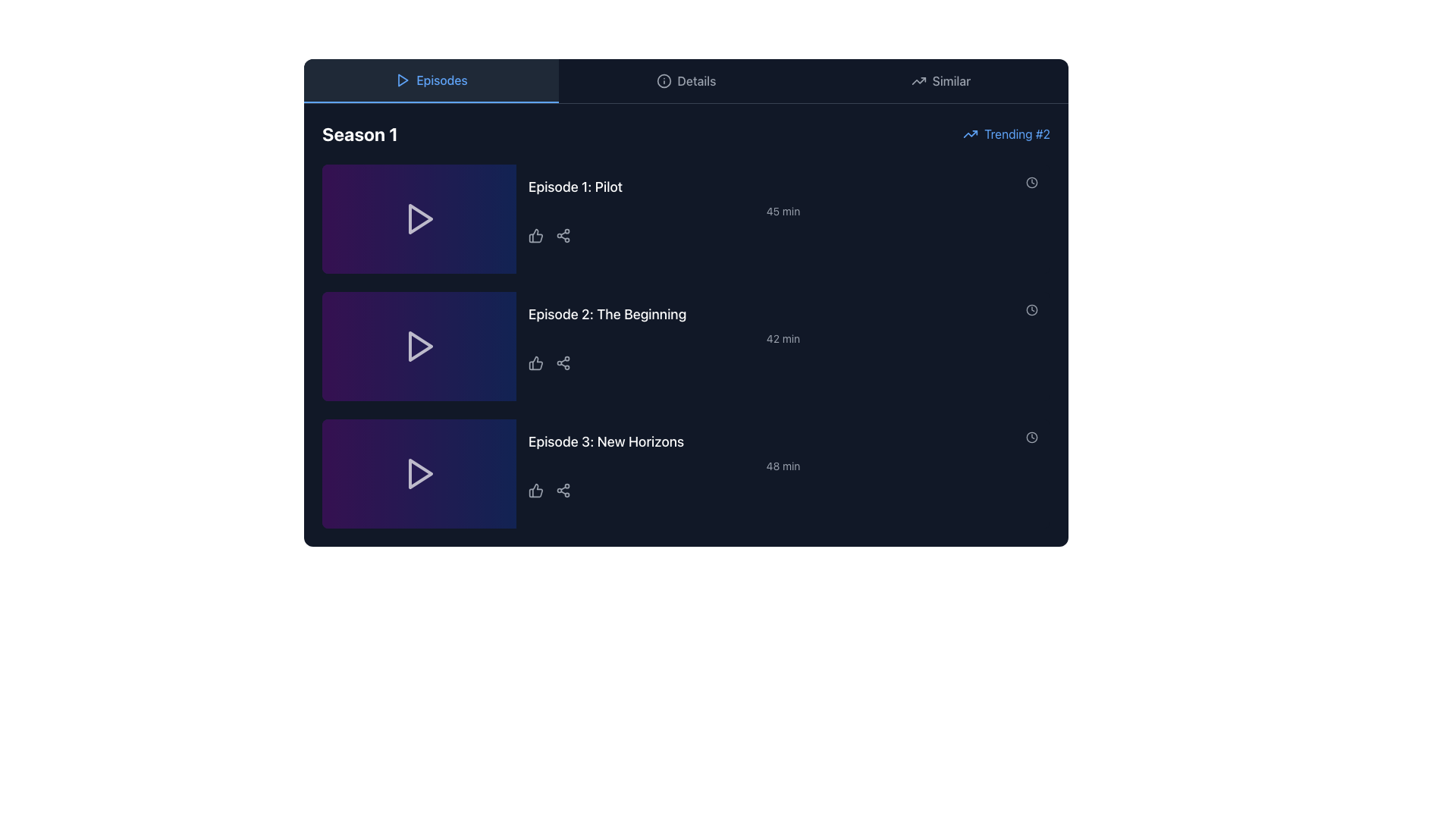 This screenshot has height=819, width=1456. I want to click on the play button located in the first item of the 'Season 1' vertical list, so click(419, 219).